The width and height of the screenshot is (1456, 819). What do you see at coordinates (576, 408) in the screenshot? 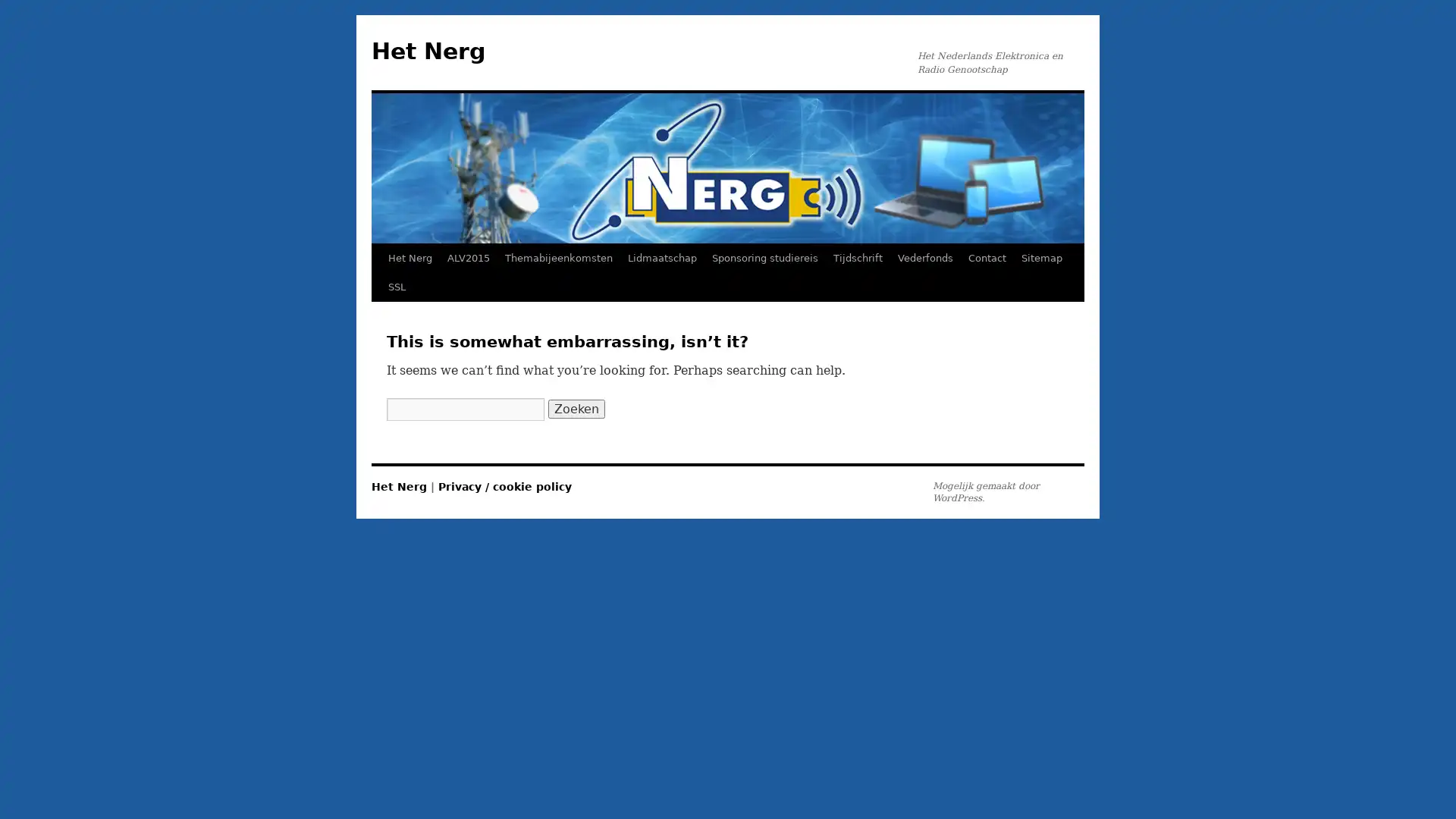
I see `Zoeken` at bounding box center [576, 408].